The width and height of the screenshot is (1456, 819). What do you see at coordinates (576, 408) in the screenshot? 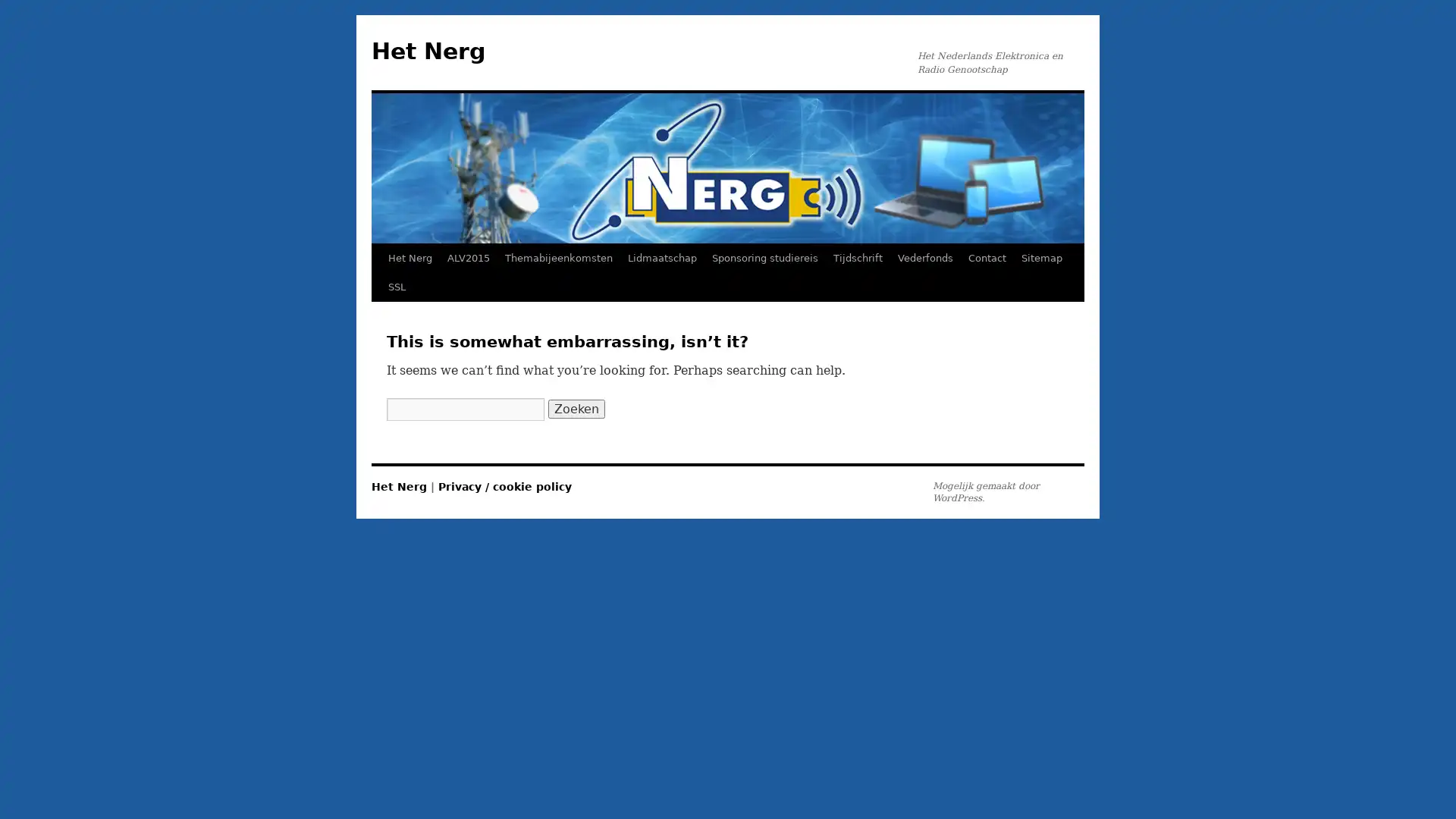
I see `Zoeken` at bounding box center [576, 408].